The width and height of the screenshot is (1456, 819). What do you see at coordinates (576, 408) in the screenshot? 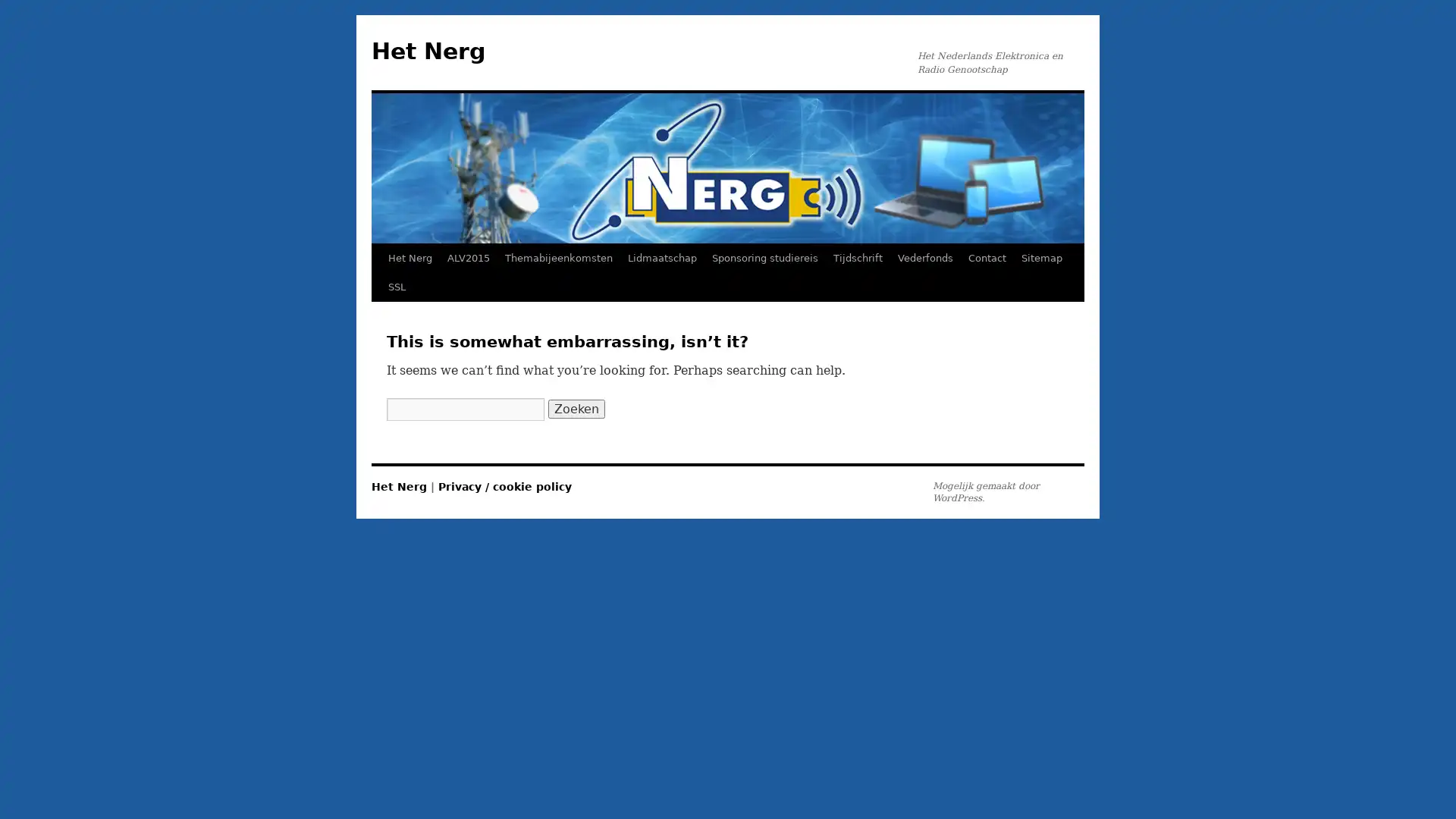
I see `Zoeken` at bounding box center [576, 408].